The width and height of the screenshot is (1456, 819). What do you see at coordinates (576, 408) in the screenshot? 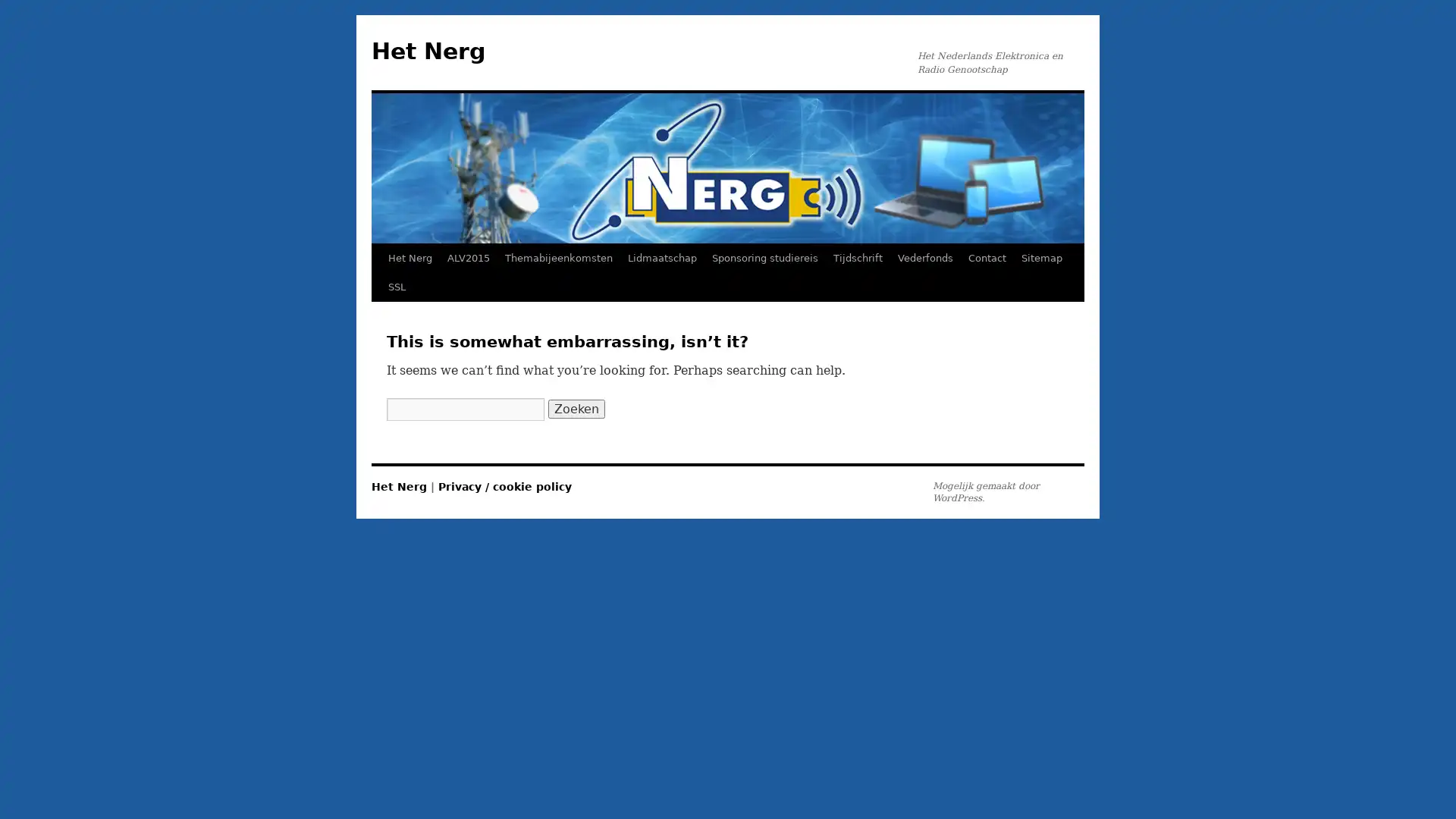
I see `Zoeken` at bounding box center [576, 408].